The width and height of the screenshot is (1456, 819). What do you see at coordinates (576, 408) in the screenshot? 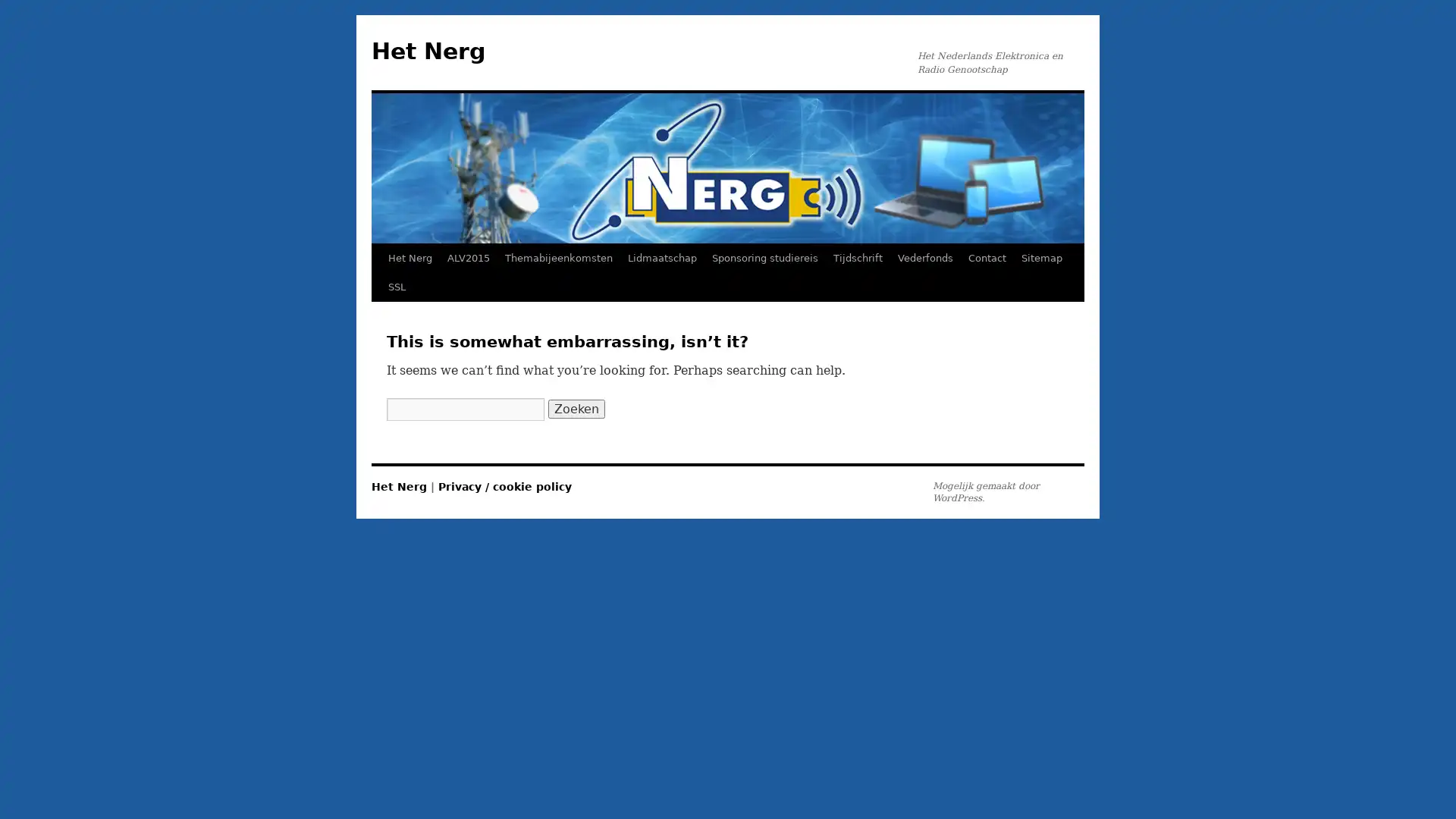
I see `Zoeken` at bounding box center [576, 408].